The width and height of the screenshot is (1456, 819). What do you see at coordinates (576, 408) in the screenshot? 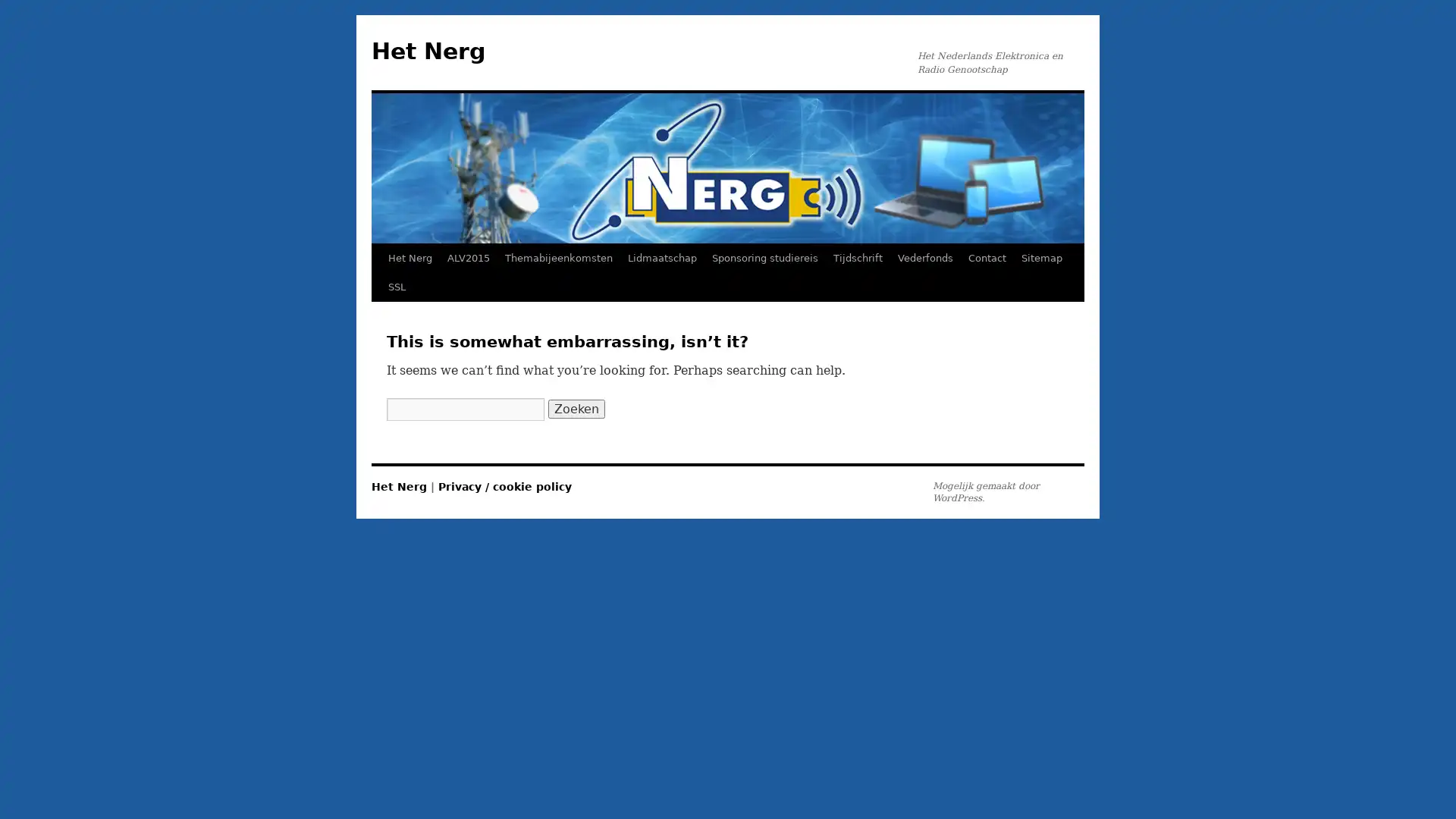
I see `Zoeken` at bounding box center [576, 408].